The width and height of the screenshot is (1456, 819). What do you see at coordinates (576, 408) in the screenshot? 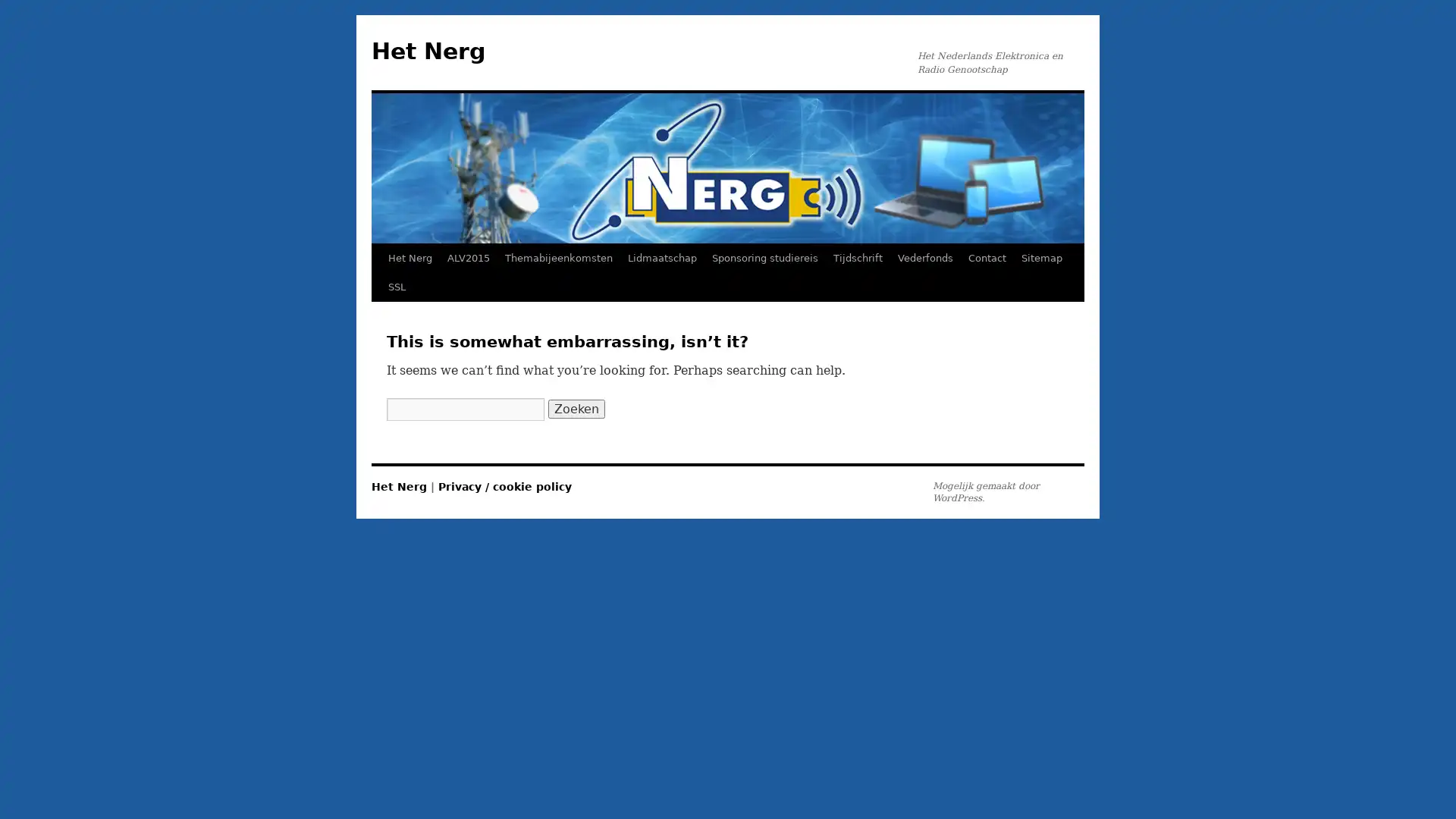
I see `Zoeken` at bounding box center [576, 408].